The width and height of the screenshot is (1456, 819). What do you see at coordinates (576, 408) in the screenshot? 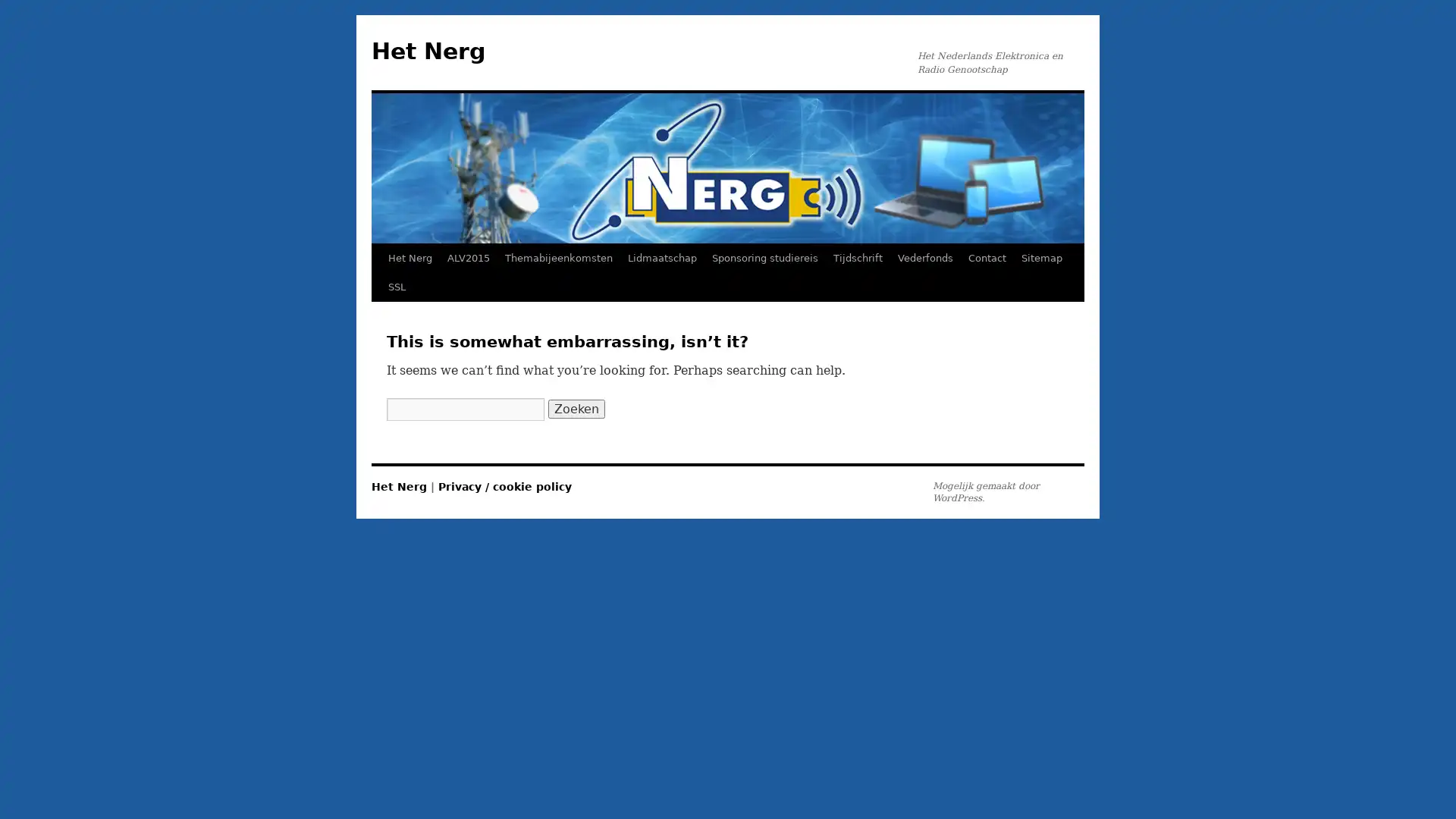
I see `Zoeken` at bounding box center [576, 408].